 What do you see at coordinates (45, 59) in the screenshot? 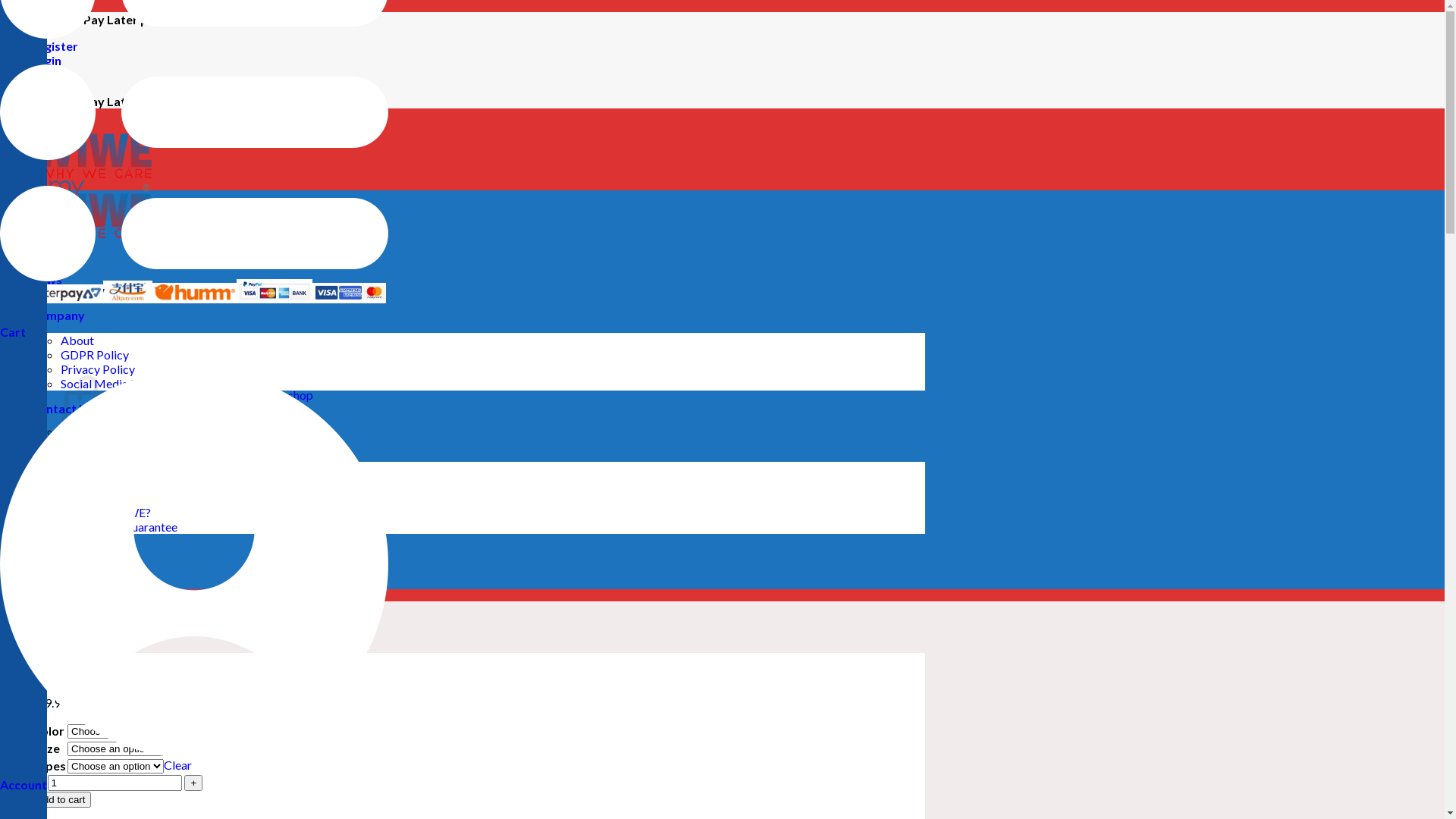
I see `'Login'` at bounding box center [45, 59].